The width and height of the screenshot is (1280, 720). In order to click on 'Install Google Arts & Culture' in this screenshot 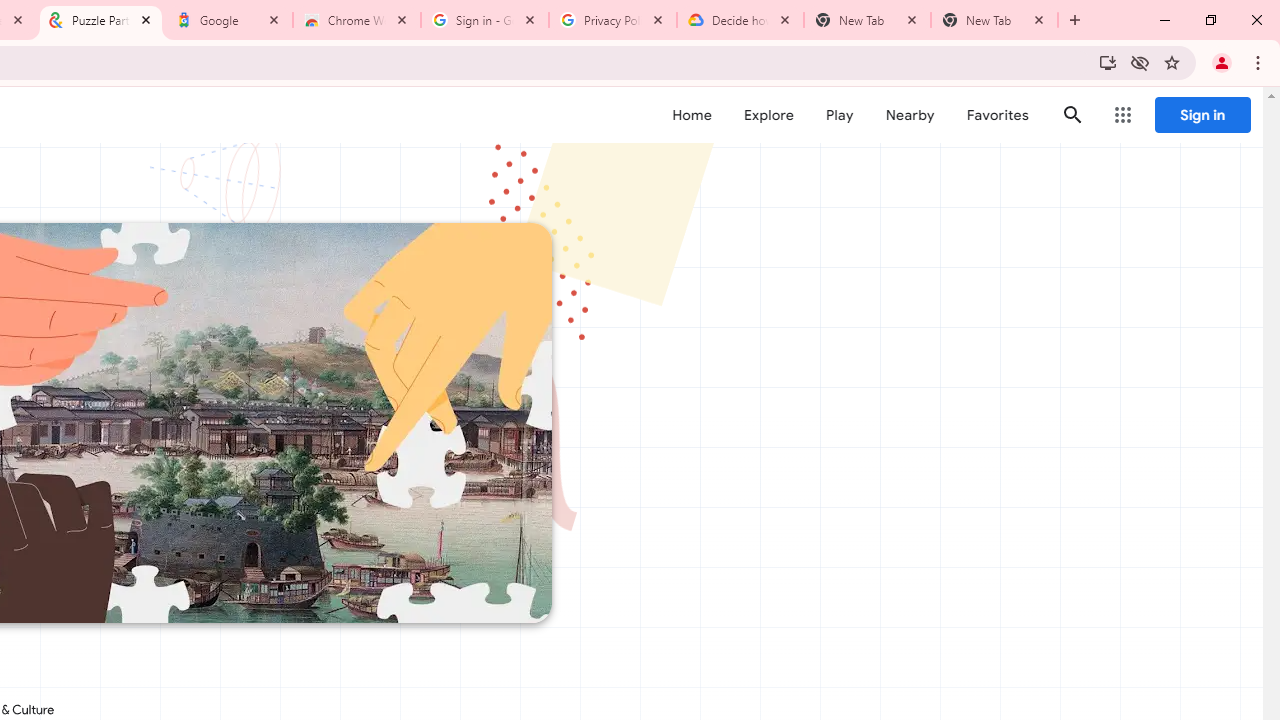, I will do `click(1106, 61)`.